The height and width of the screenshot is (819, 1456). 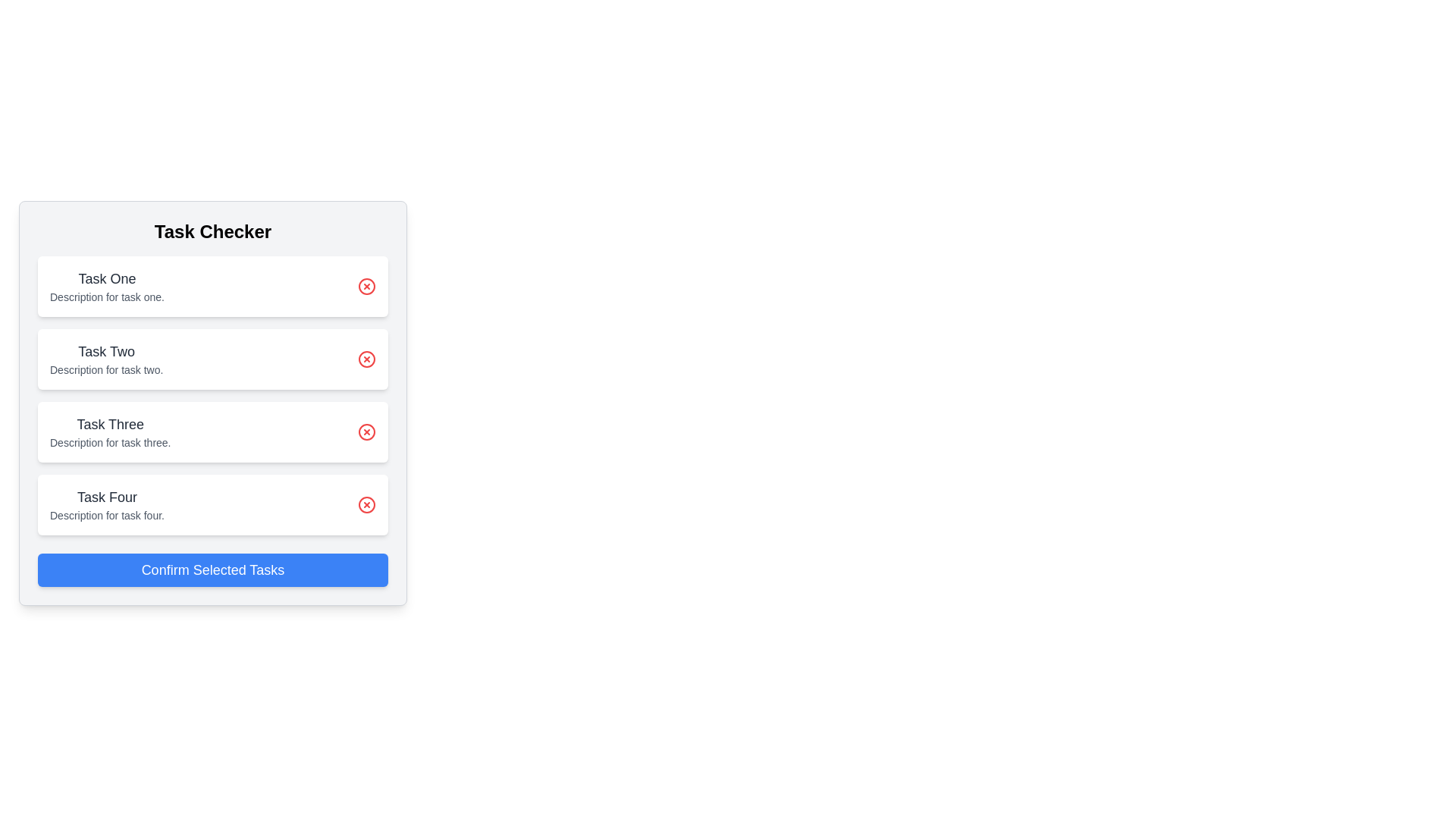 I want to click on the Text Label that identifies the second task in the task list, located beneath 'Task One' and above 'Task Three', so click(x=105, y=351).